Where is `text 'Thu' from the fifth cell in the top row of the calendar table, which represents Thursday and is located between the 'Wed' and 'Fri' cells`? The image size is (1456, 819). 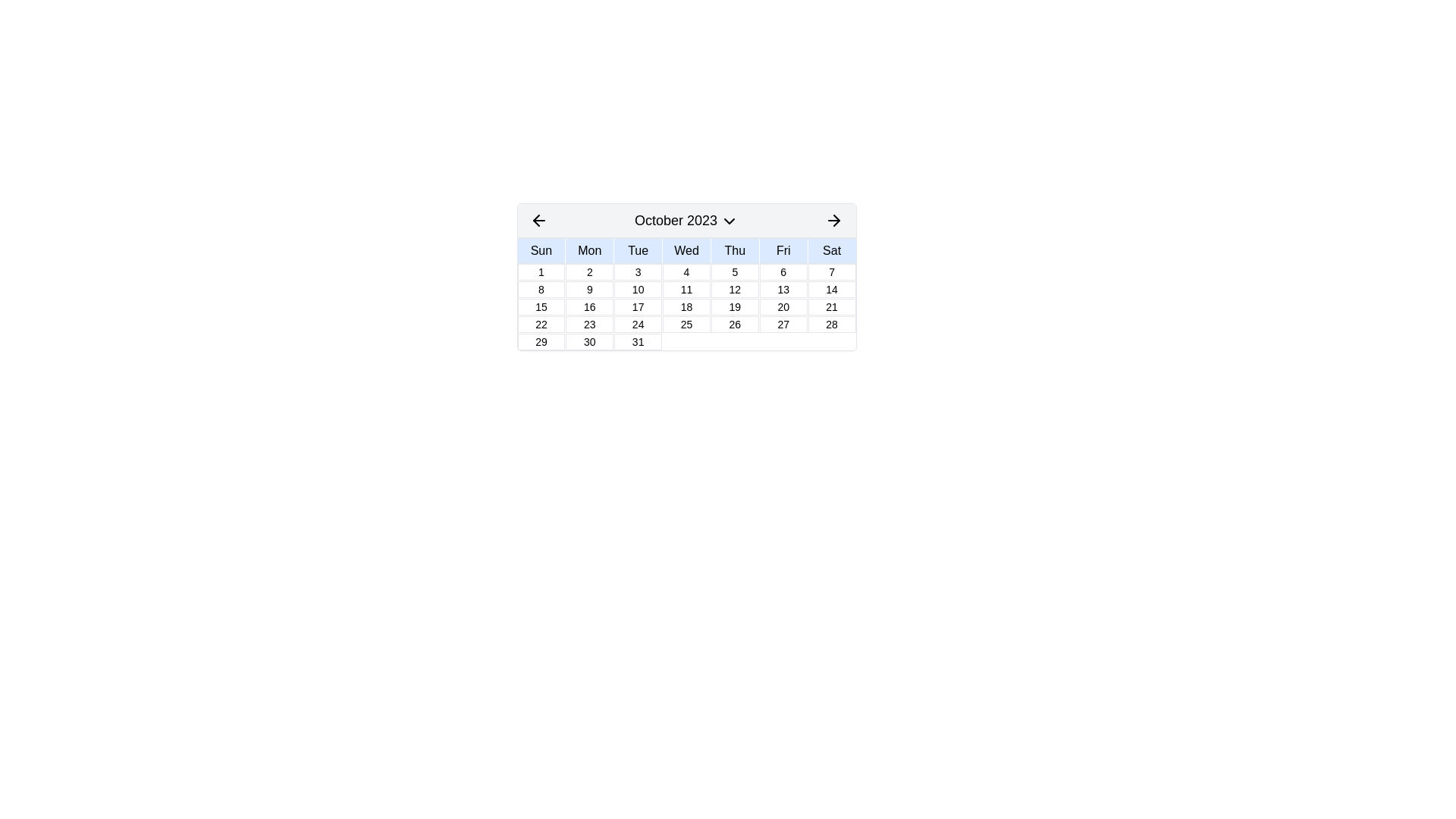 text 'Thu' from the fifth cell in the top row of the calendar table, which represents Thursday and is located between the 'Wed' and 'Fri' cells is located at coordinates (735, 250).